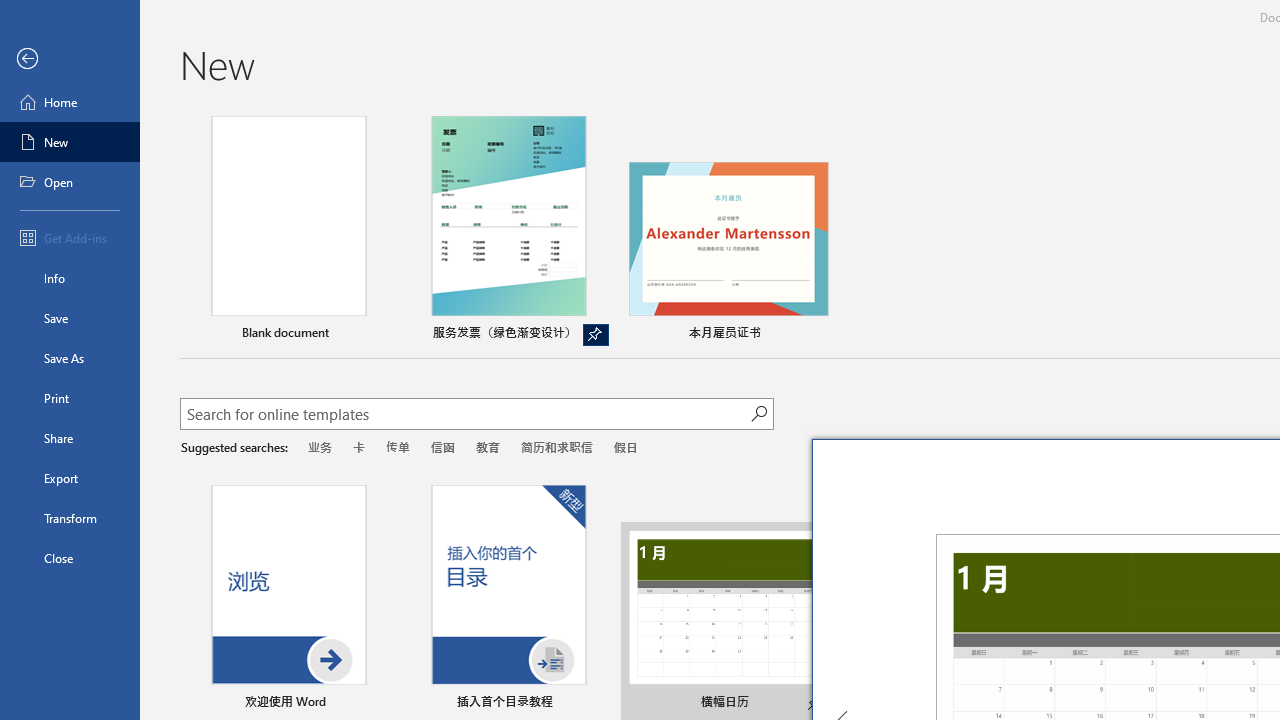 The image size is (1280, 720). What do you see at coordinates (69, 517) in the screenshot?
I see `'Transform'` at bounding box center [69, 517].